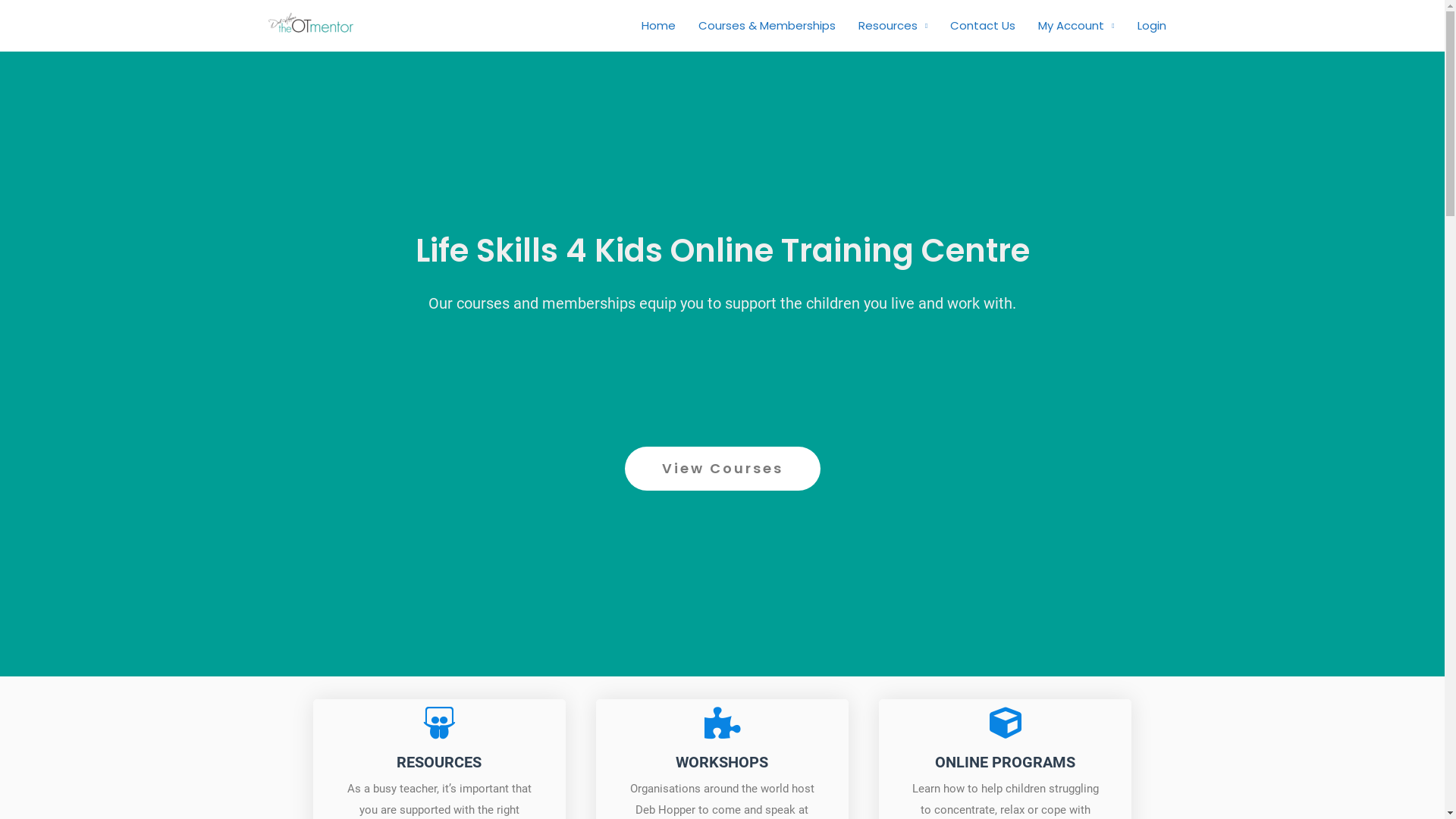  I want to click on 'Courses & Memberships', so click(767, 26).